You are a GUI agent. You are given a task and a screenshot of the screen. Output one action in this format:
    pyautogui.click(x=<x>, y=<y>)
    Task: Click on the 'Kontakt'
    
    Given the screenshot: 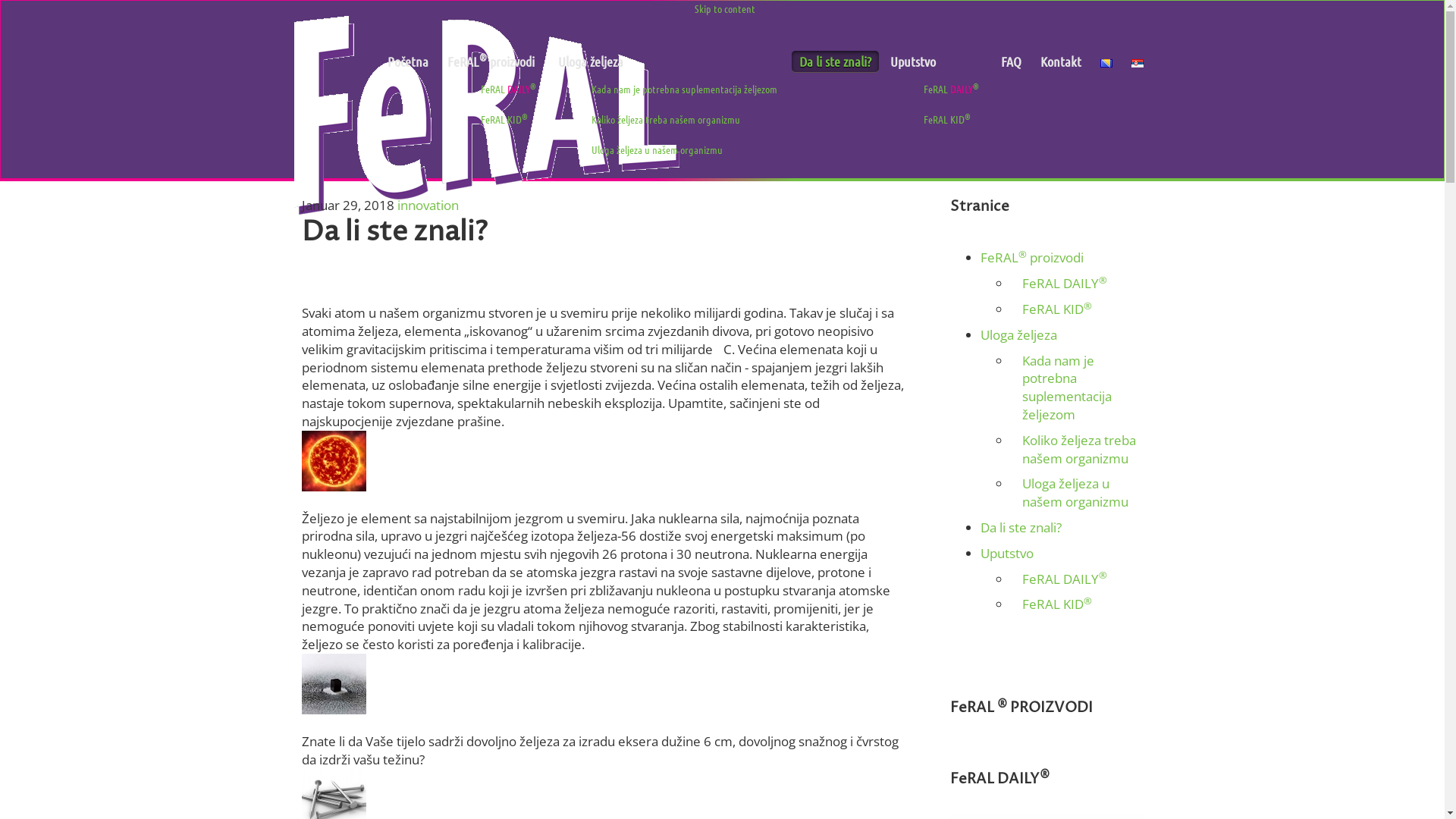 What is the action you would take?
    pyautogui.click(x=1059, y=61)
    